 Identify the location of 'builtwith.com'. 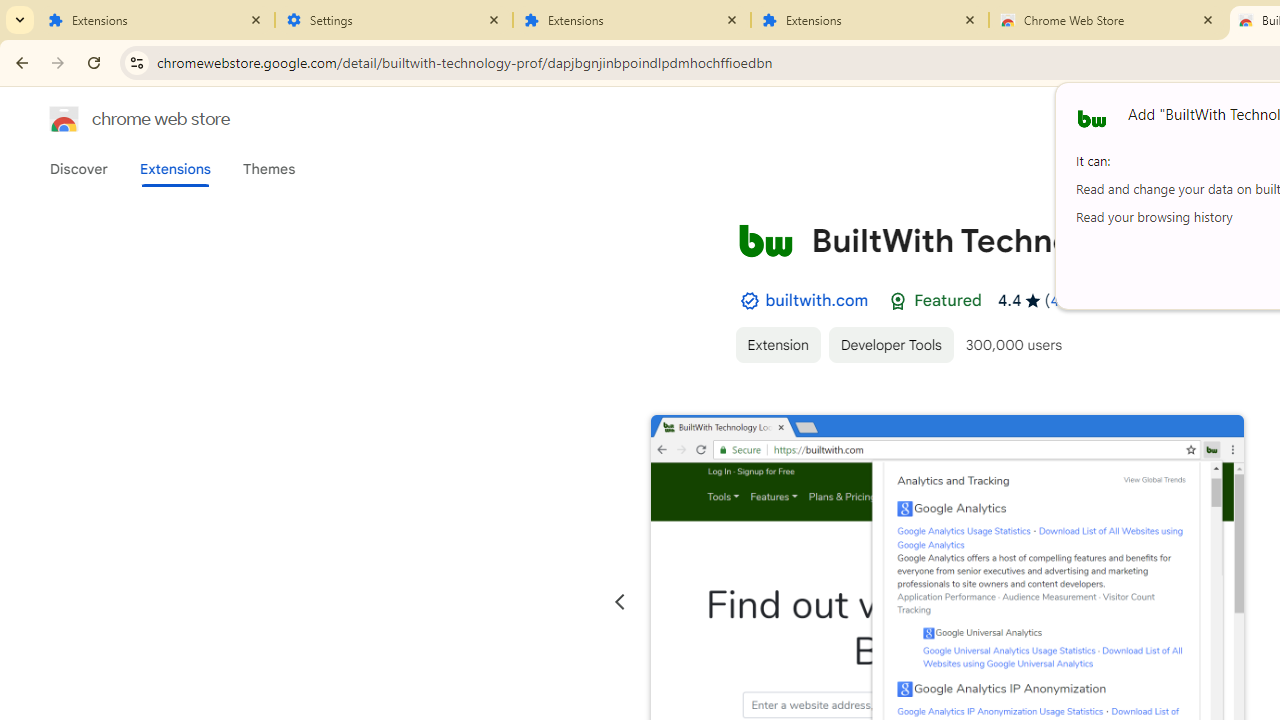
(817, 300).